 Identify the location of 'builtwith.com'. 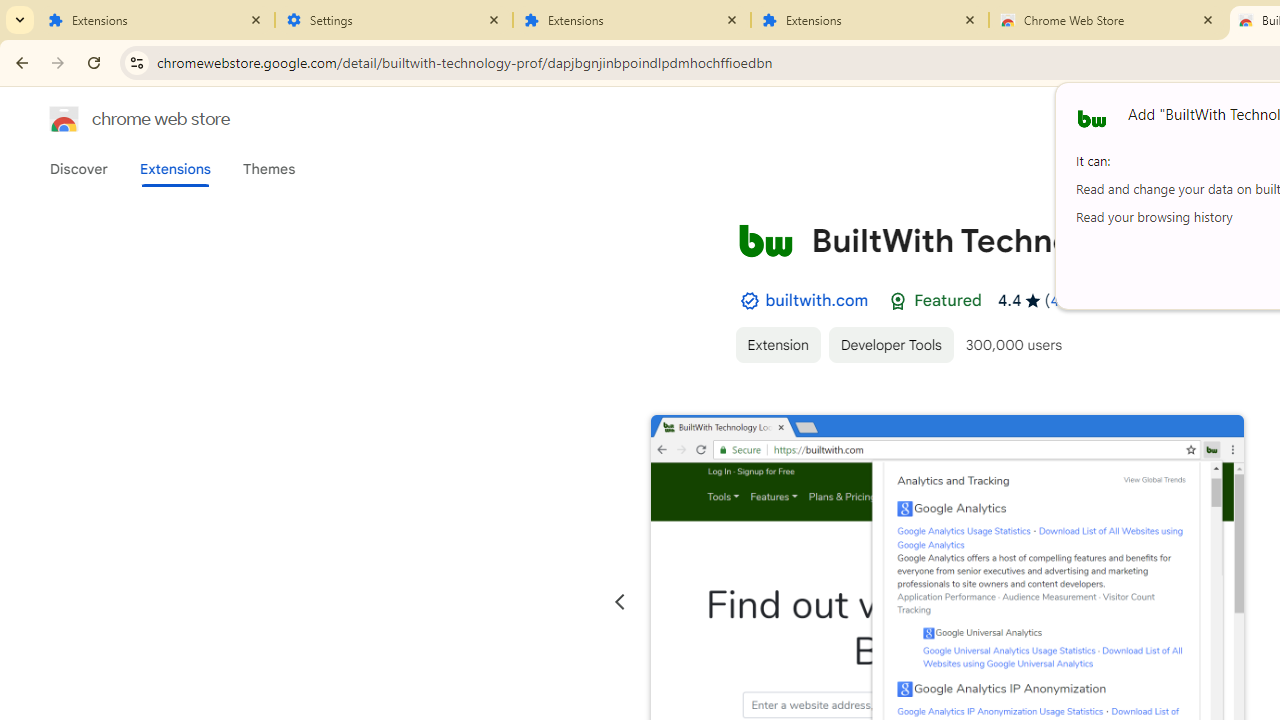
(817, 300).